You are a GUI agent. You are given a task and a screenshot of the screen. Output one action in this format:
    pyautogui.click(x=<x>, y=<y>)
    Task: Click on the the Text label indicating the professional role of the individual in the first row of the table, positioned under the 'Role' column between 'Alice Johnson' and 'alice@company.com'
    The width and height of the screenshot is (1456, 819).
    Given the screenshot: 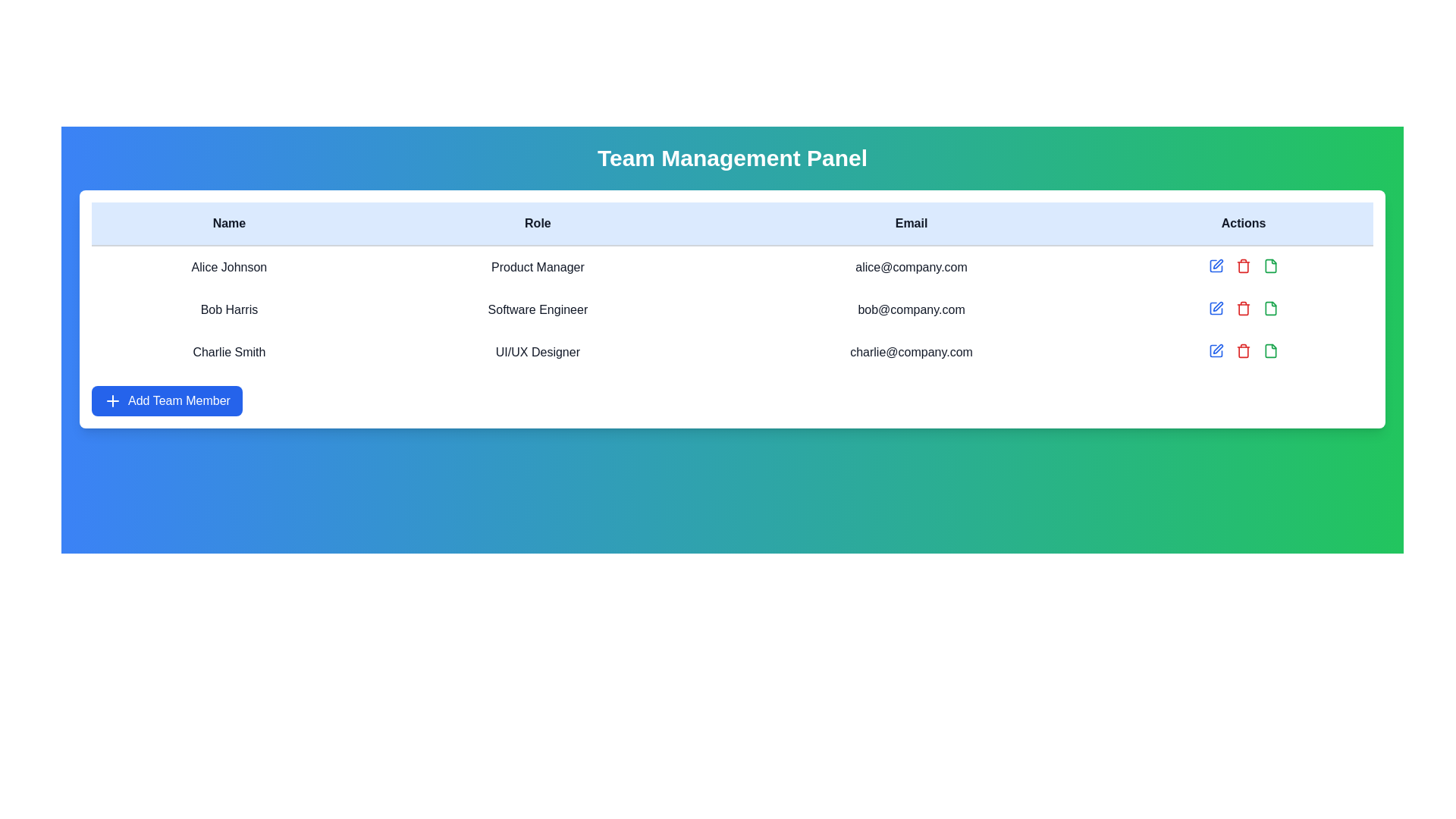 What is the action you would take?
    pyautogui.click(x=538, y=266)
    